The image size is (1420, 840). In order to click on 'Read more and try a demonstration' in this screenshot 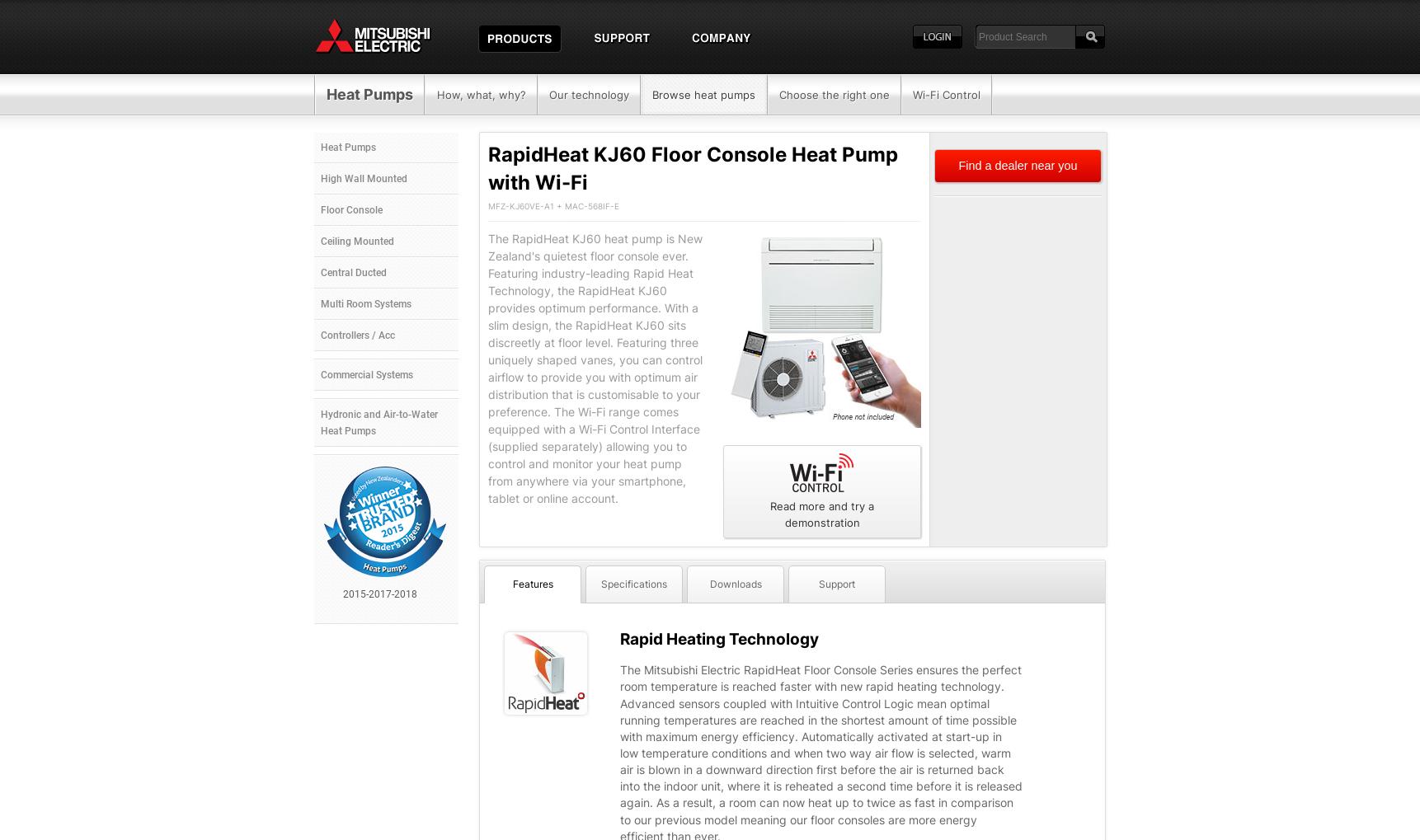, I will do `click(822, 514)`.